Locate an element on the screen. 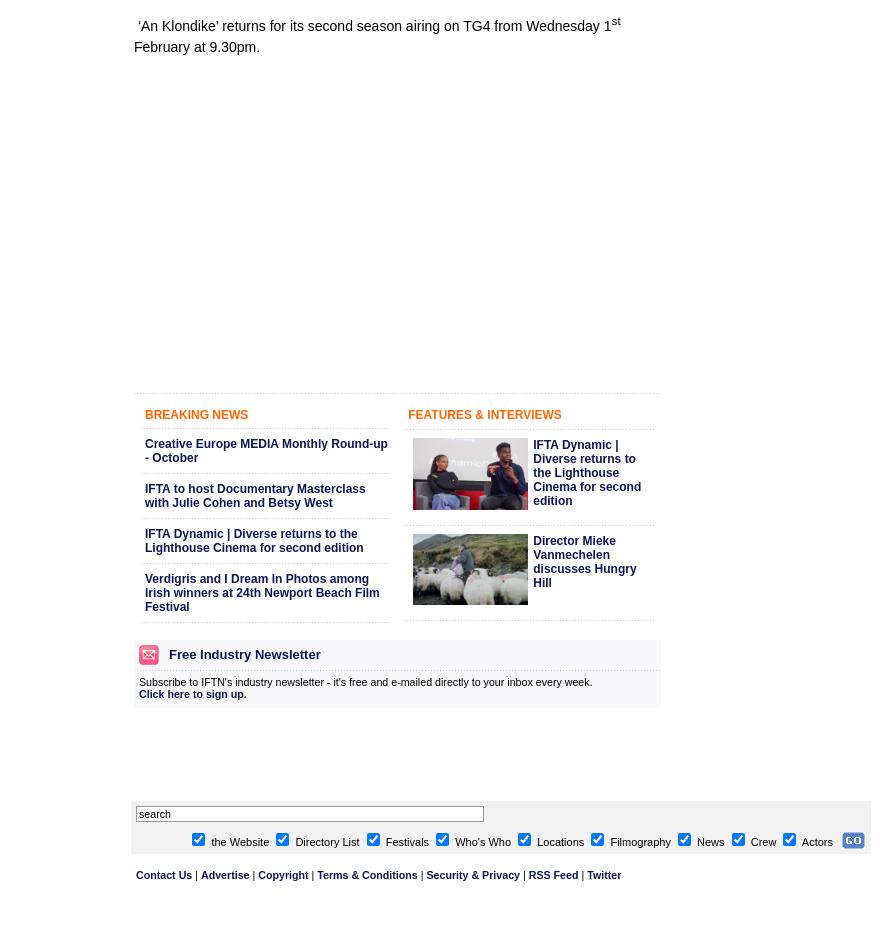  'Who's Who' is located at coordinates (450, 840).